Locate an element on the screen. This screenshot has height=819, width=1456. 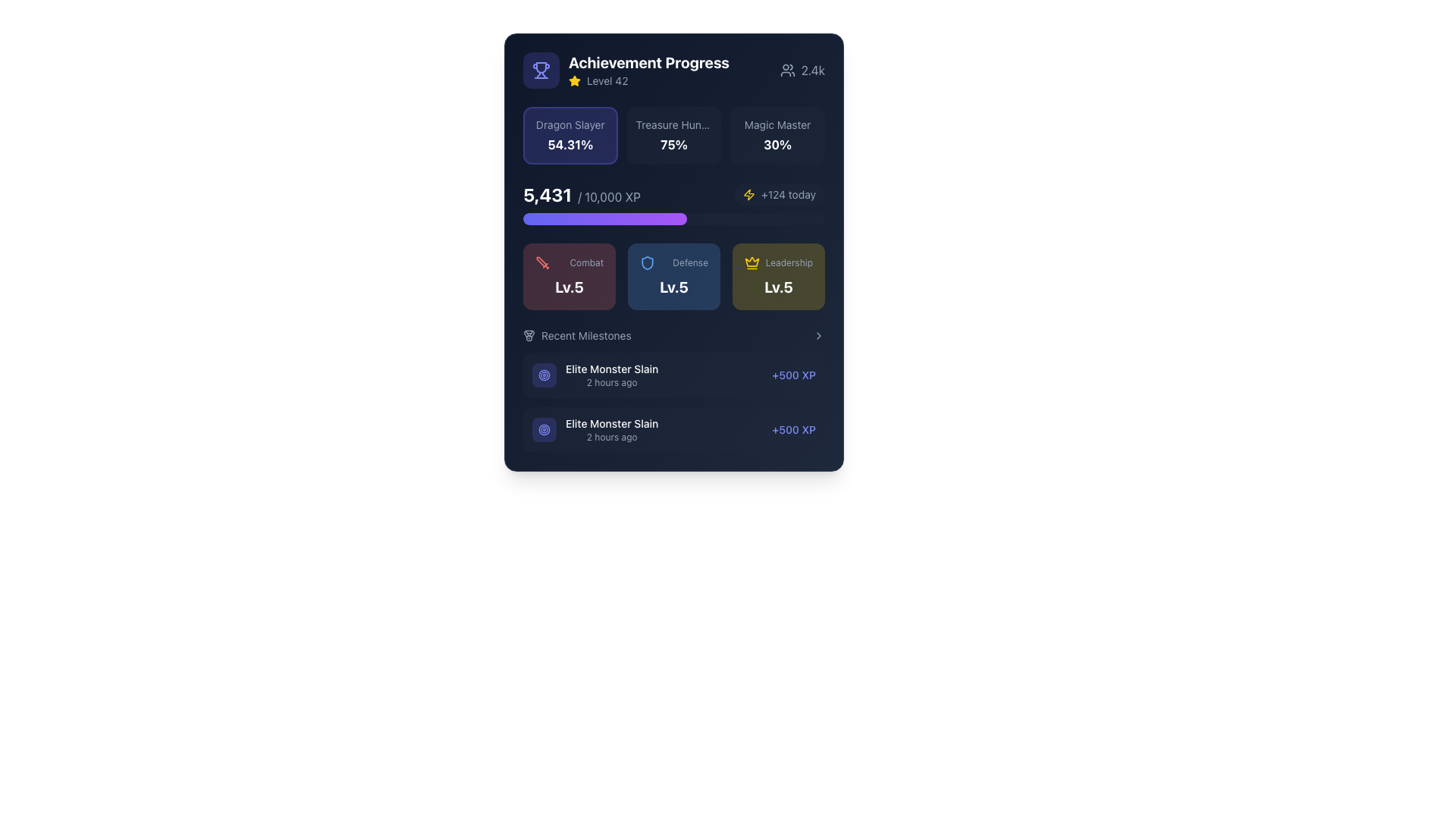
the star icon, which is styled with a yellow fill and border, located to the left of the text 'Level 42' in the 'Achievement Progress' card is located at coordinates (574, 80).